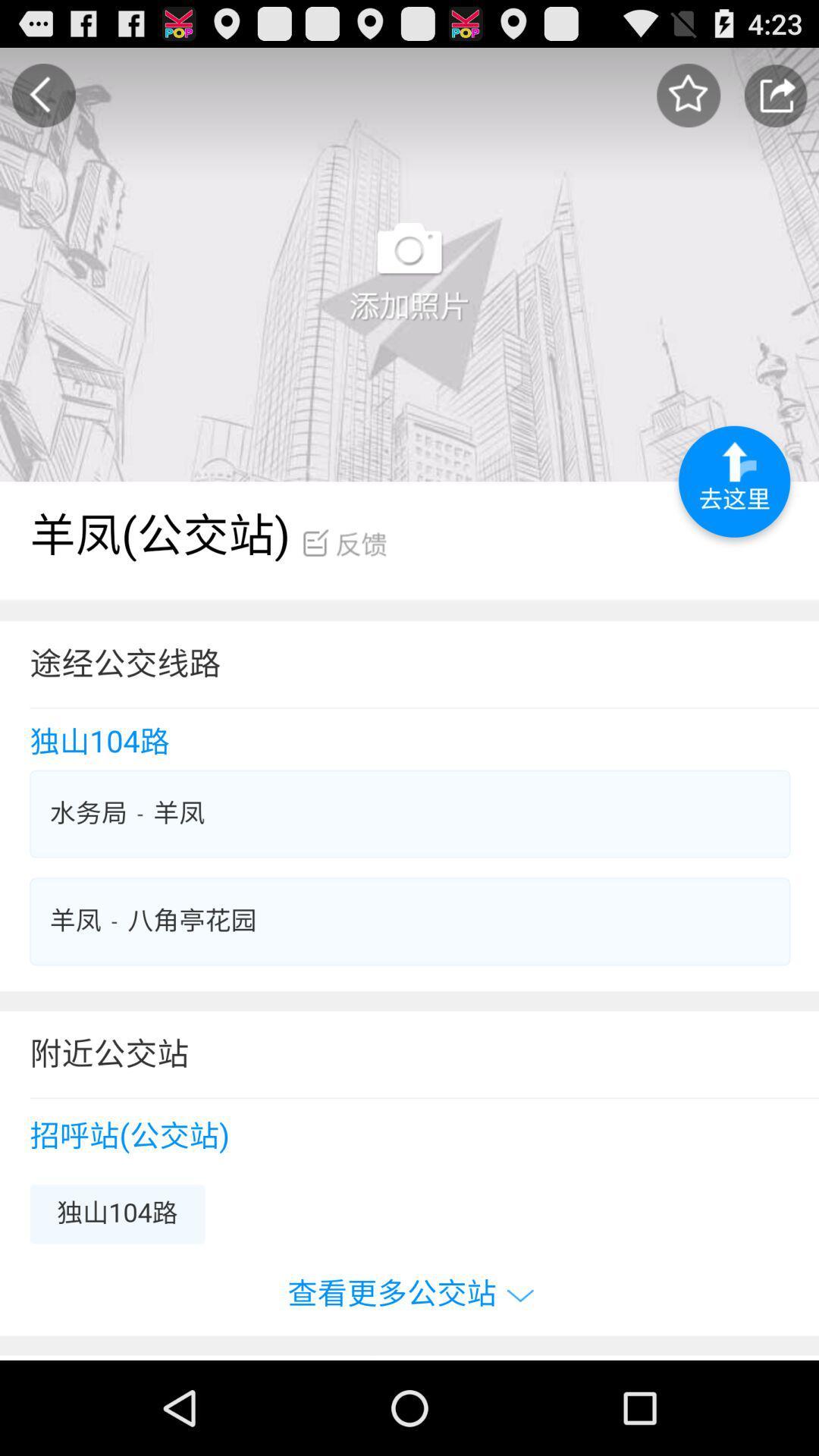 This screenshot has height=1456, width=819. What do you see at coordinates (763, 764) in the screenshot?
I see `the minus icon` at bounding box center [763, 764].